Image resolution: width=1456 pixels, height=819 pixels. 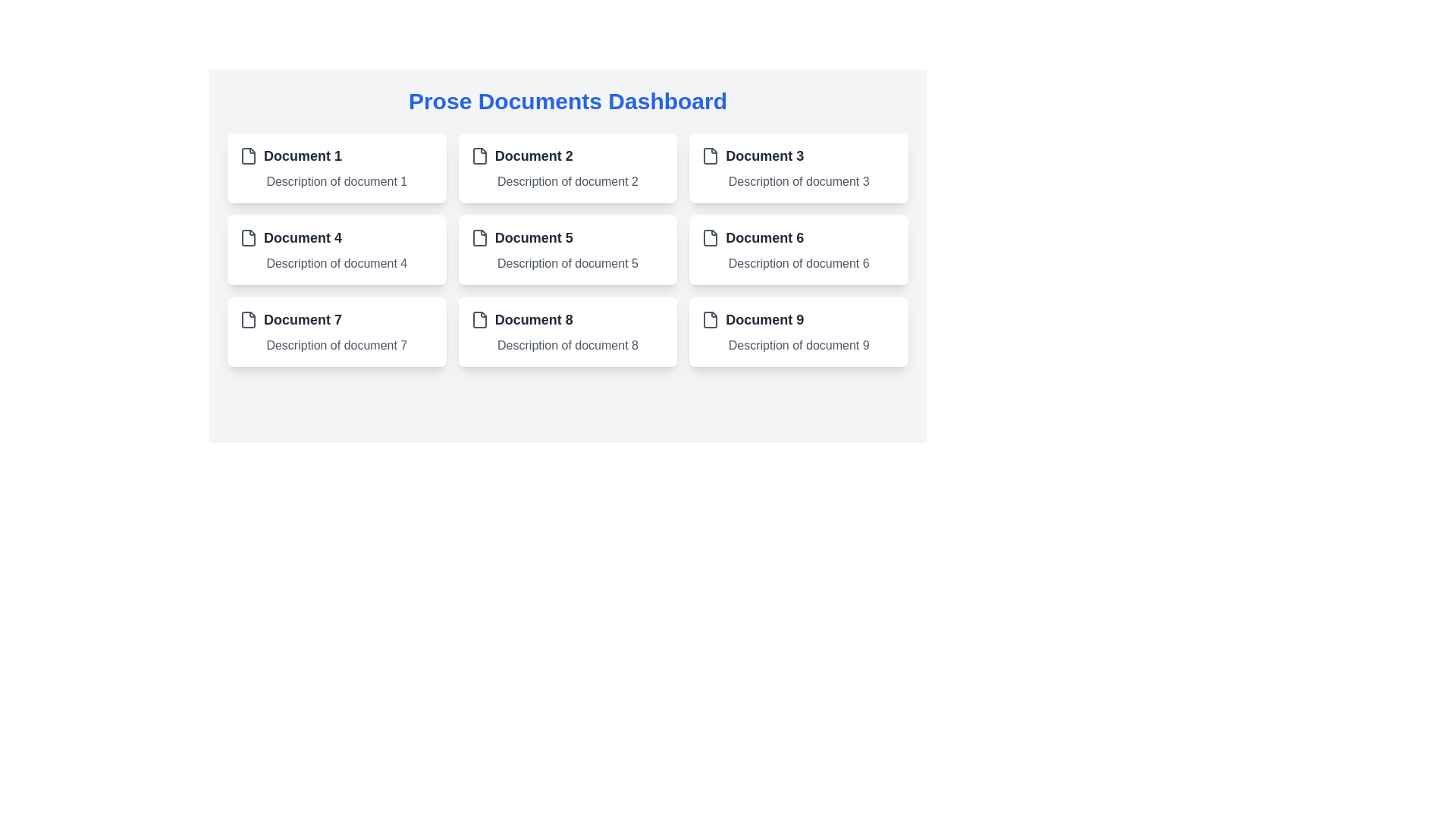 I want to click on the small document file icon, which is characterized by a gray rectangular outline with a folded corner, located to the left of the text 'Document 1' in the 'Prose Documents Dashboard', so click(x=248, y=155).